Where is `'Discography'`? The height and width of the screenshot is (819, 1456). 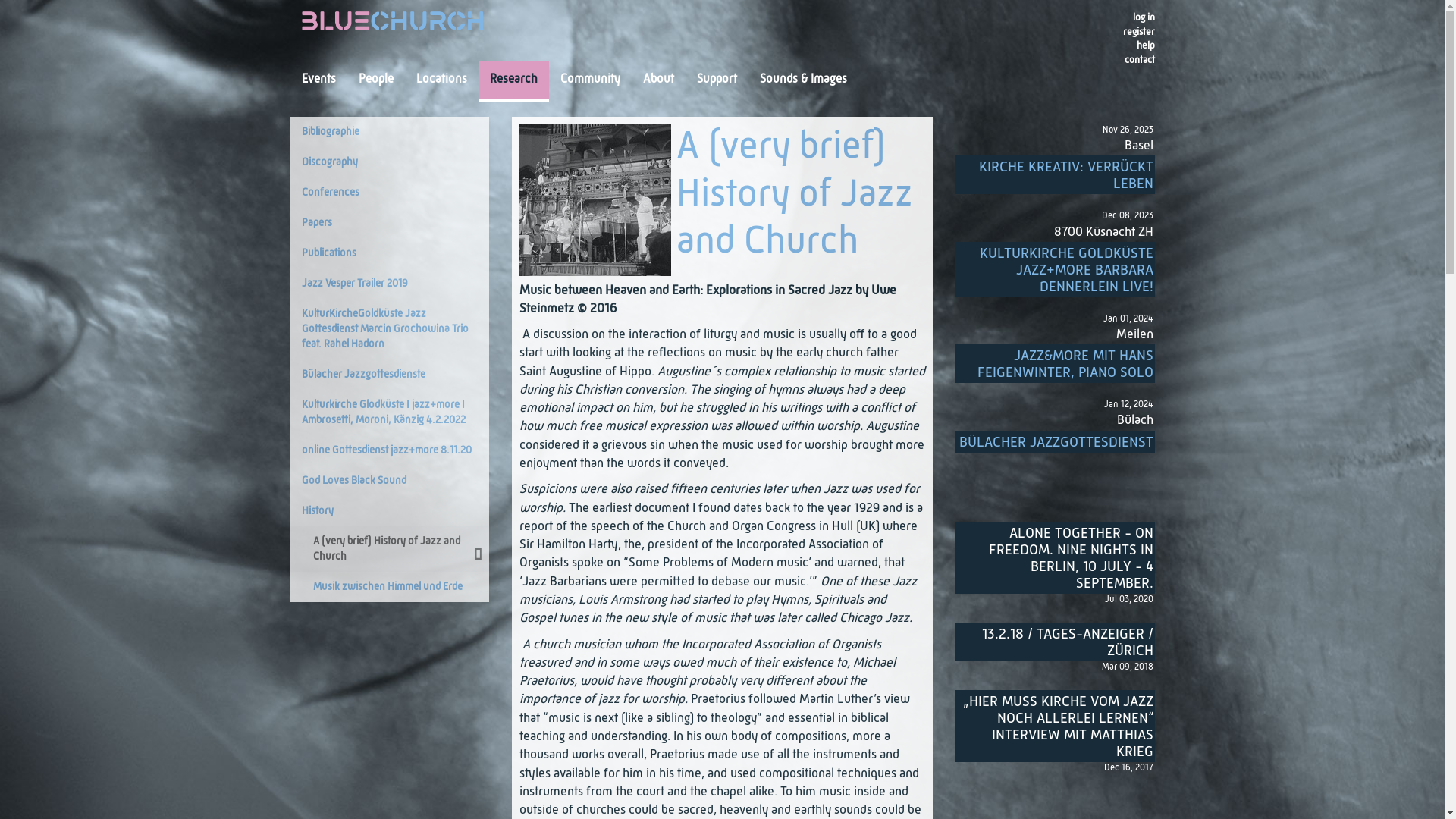 'Discography' is located at coordinates (389, 162).